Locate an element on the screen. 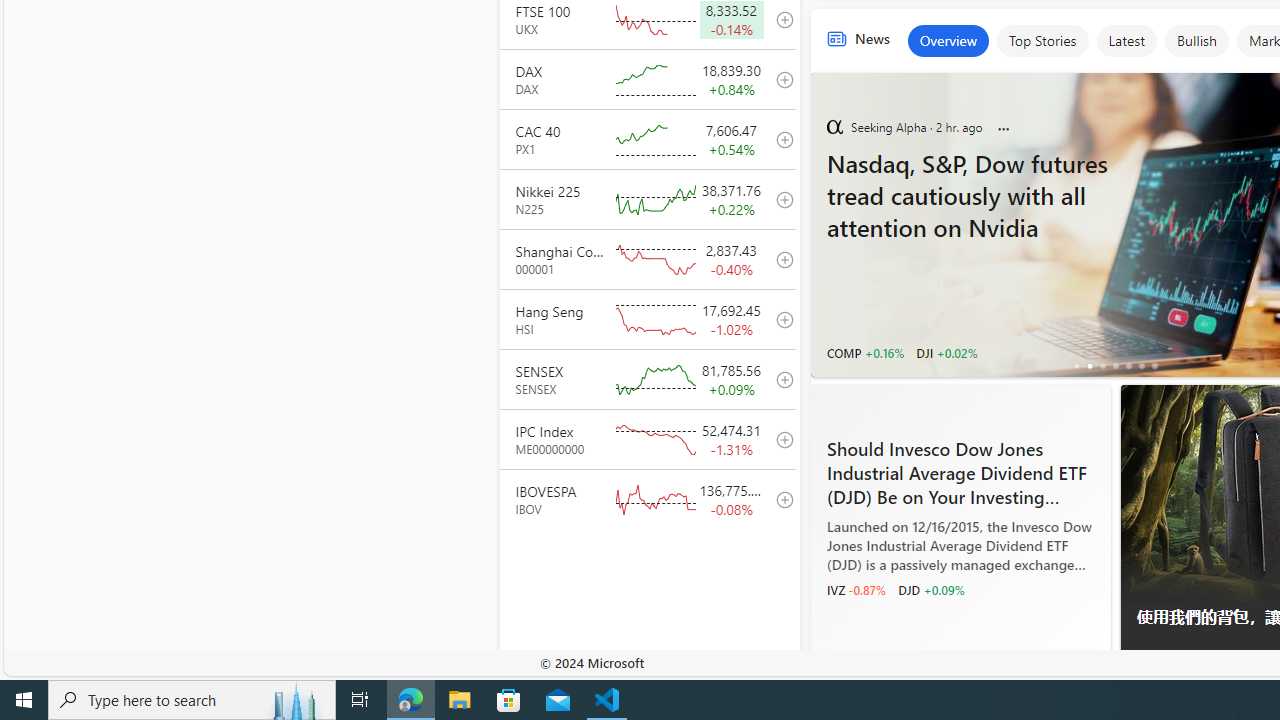 Image resolution: width=1280 pixels, height=720 pixels. 'COMP +0.16%' is located at coordinates (864, 351).